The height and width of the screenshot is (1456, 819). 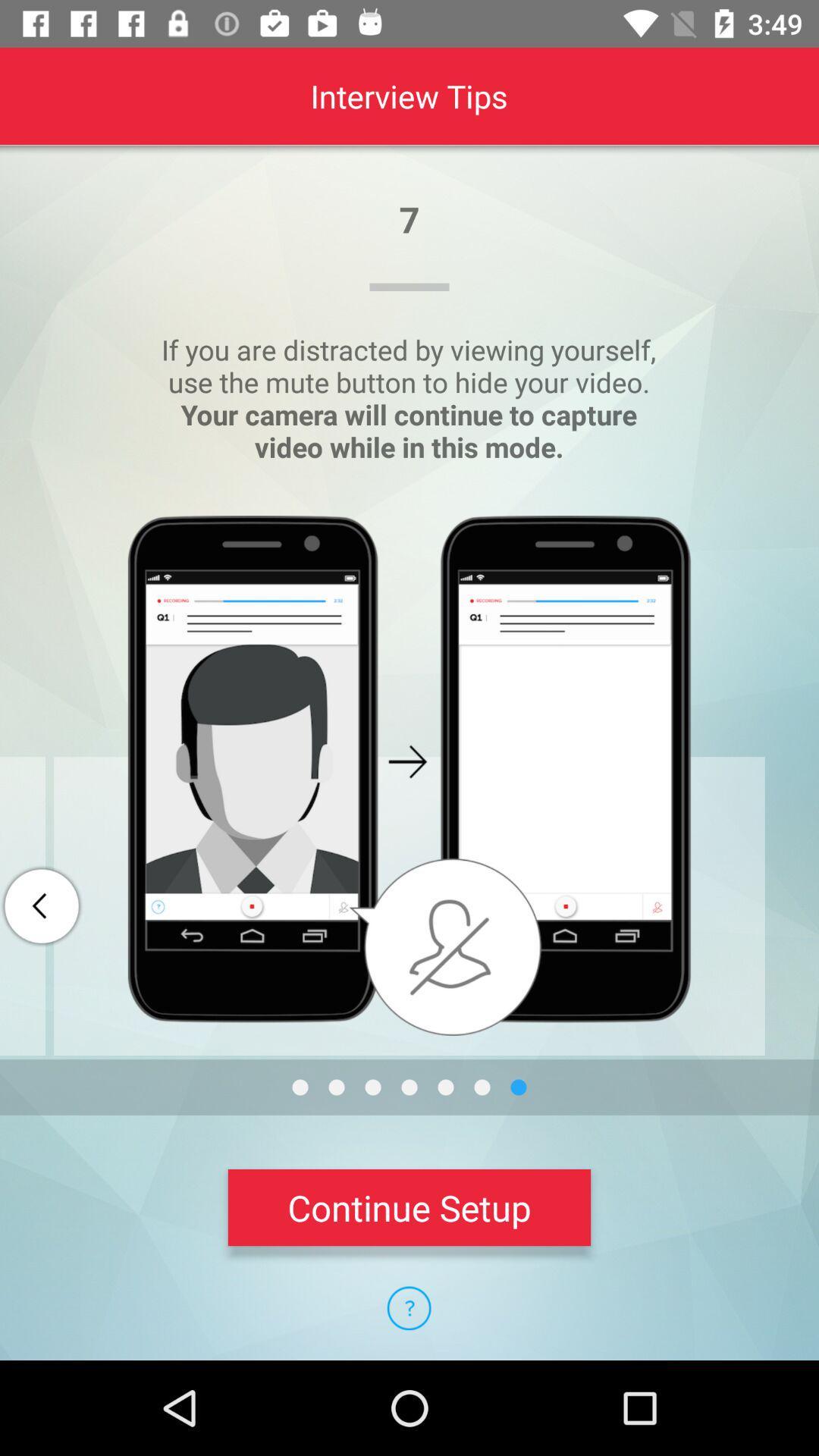 I want to click on the help icon, so click(x=408, y=1307).